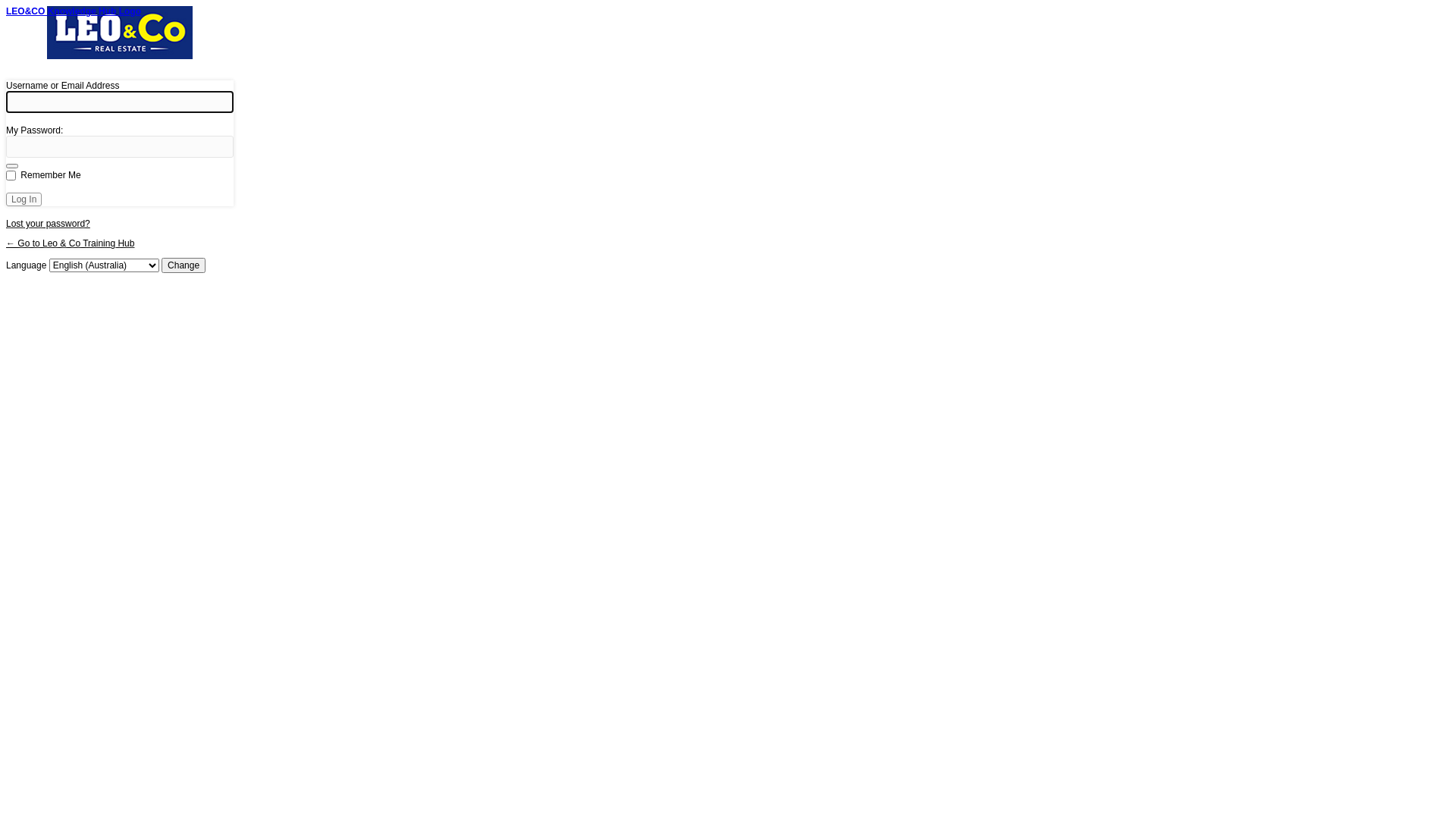  I want to click on 'Log In', so click(24, 198).